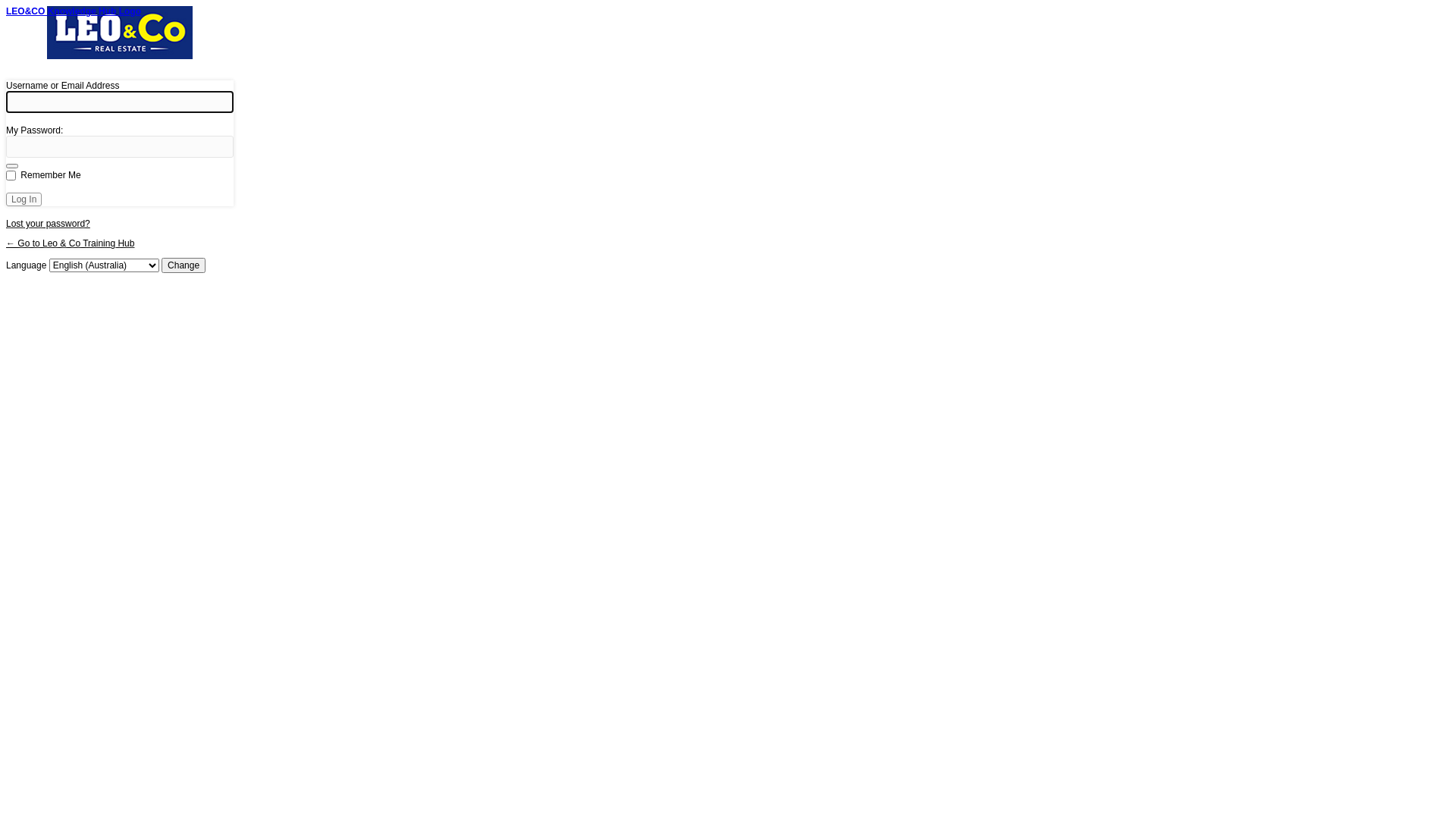  I want to click on 'Log In', so click(24, 198).